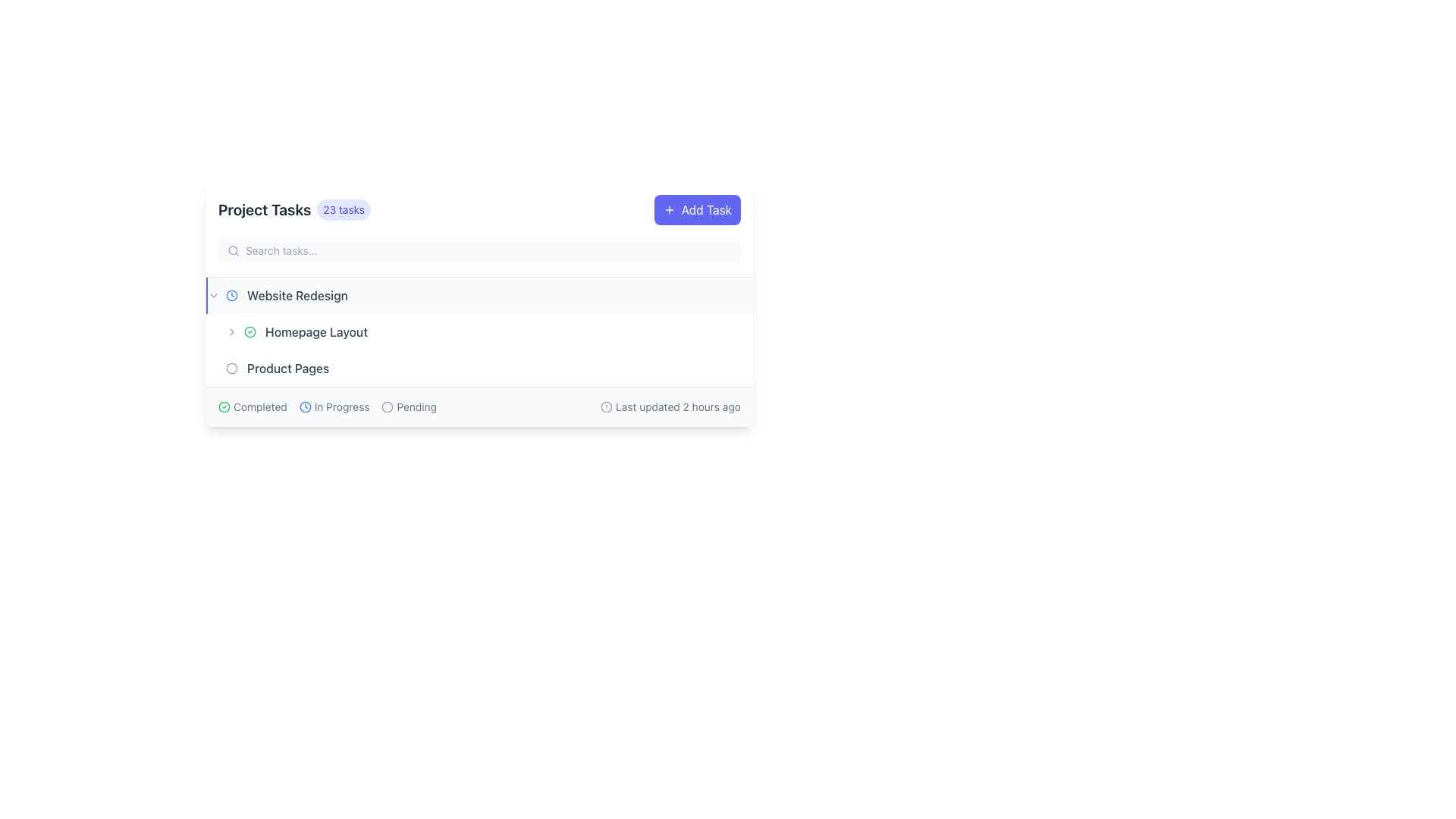  I want to click on the user identification icon located at the top-left corner of the section labeled 'Mike Ross', which is positioned to the left of the name text, so click(543, 331).